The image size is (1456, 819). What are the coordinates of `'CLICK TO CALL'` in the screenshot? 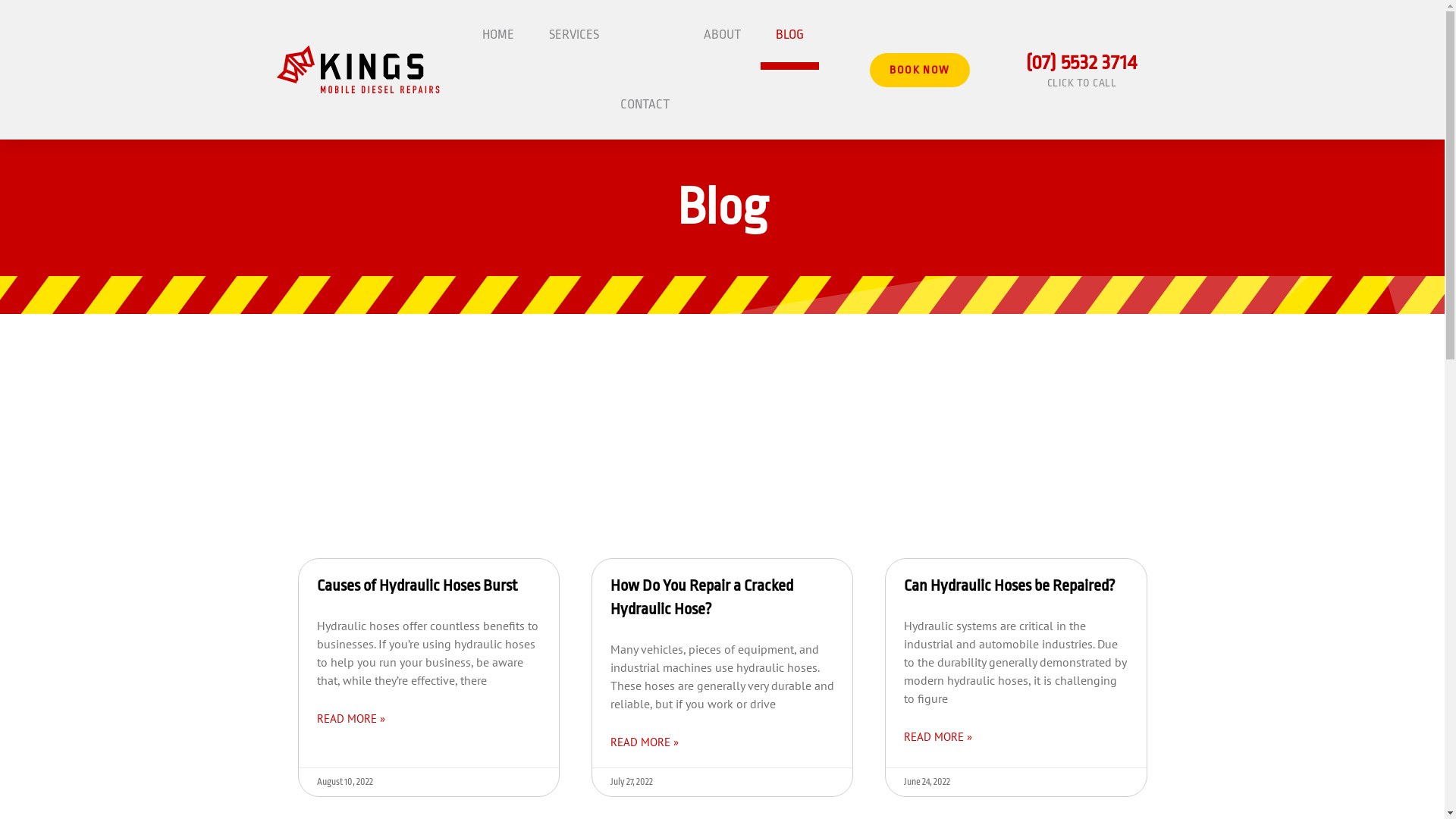 It's located at (1046, 82).